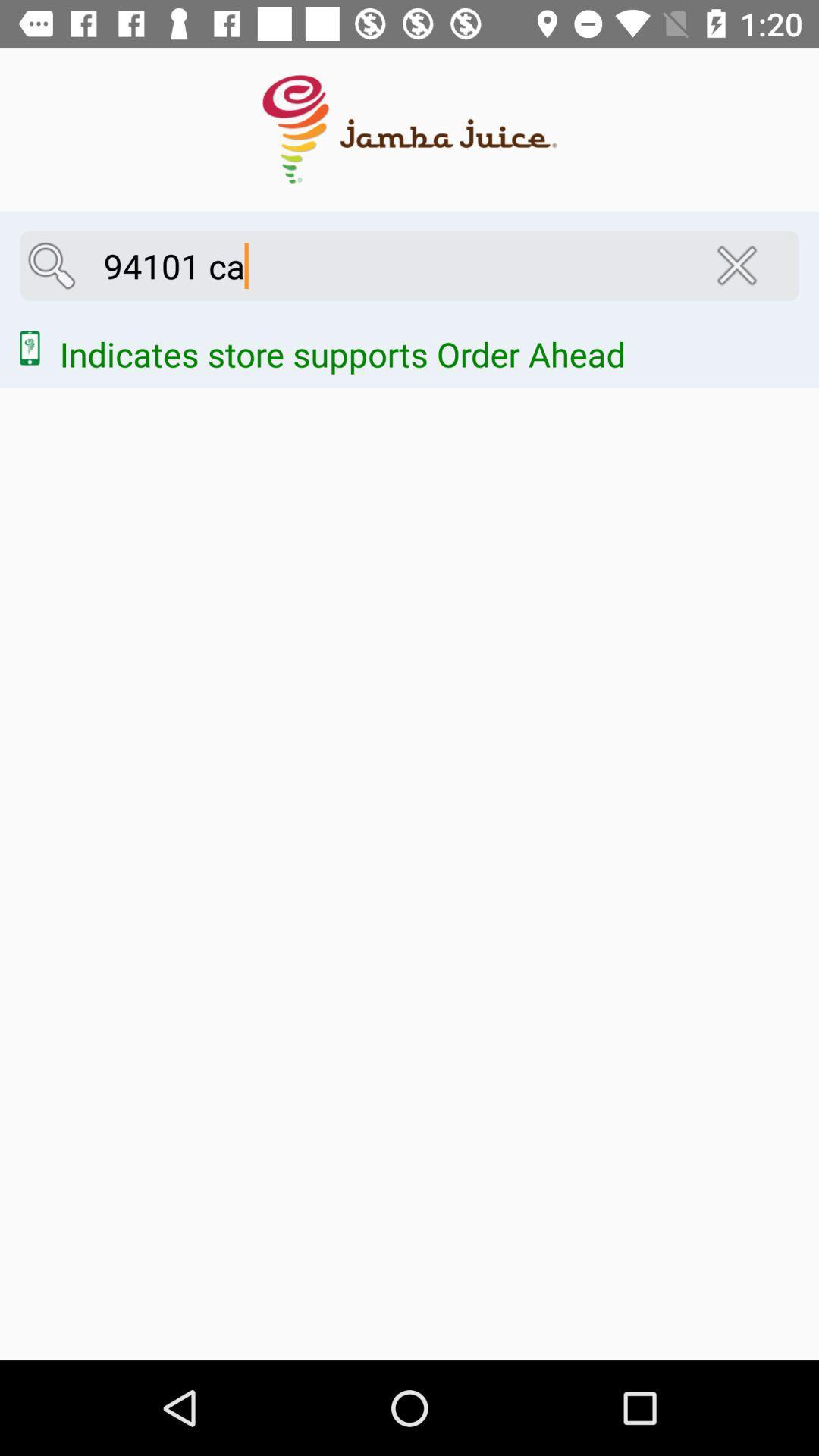  I want to click on the close icon, so click(741, 265).